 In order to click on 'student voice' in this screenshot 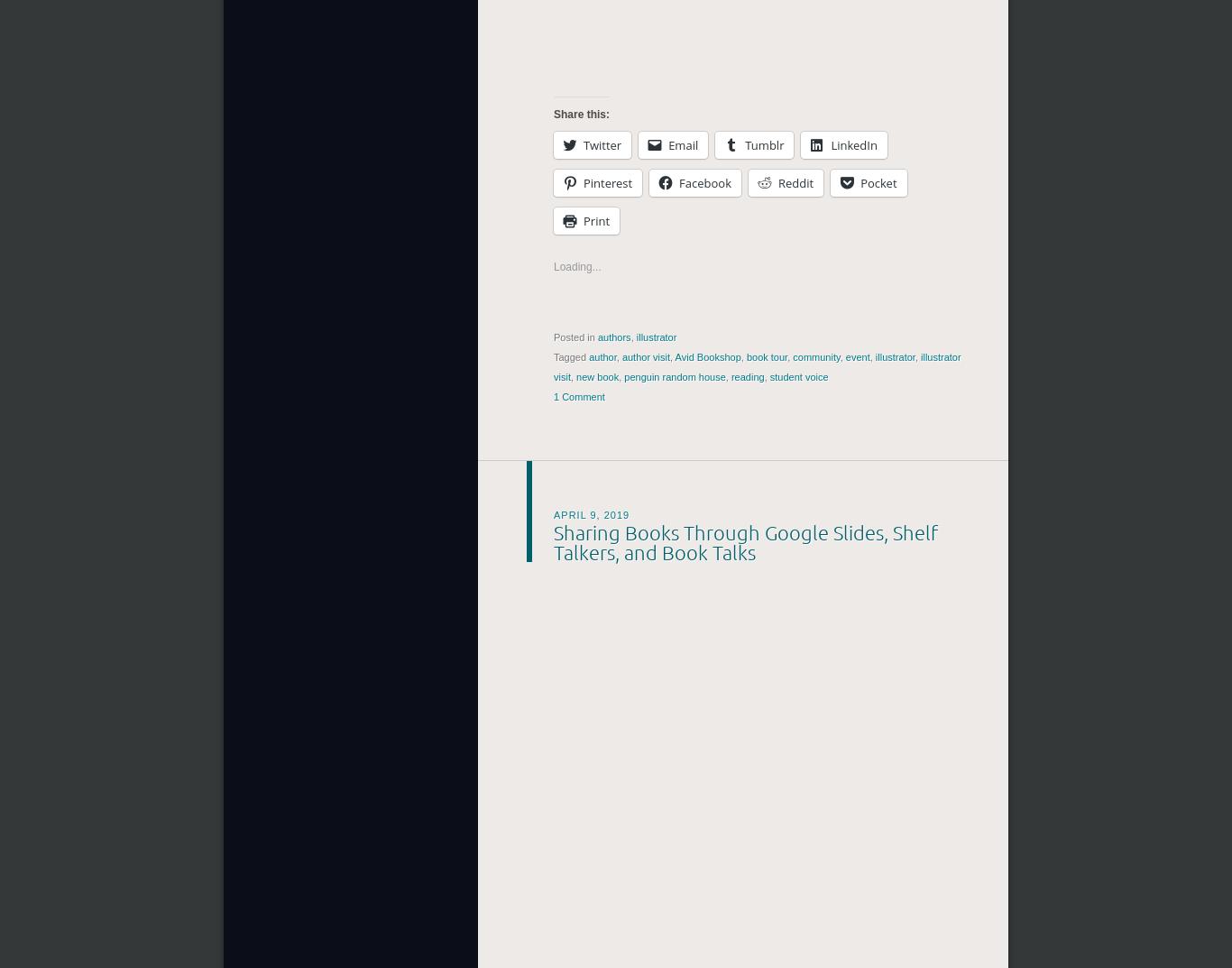, I will do `click(797, 377)`.